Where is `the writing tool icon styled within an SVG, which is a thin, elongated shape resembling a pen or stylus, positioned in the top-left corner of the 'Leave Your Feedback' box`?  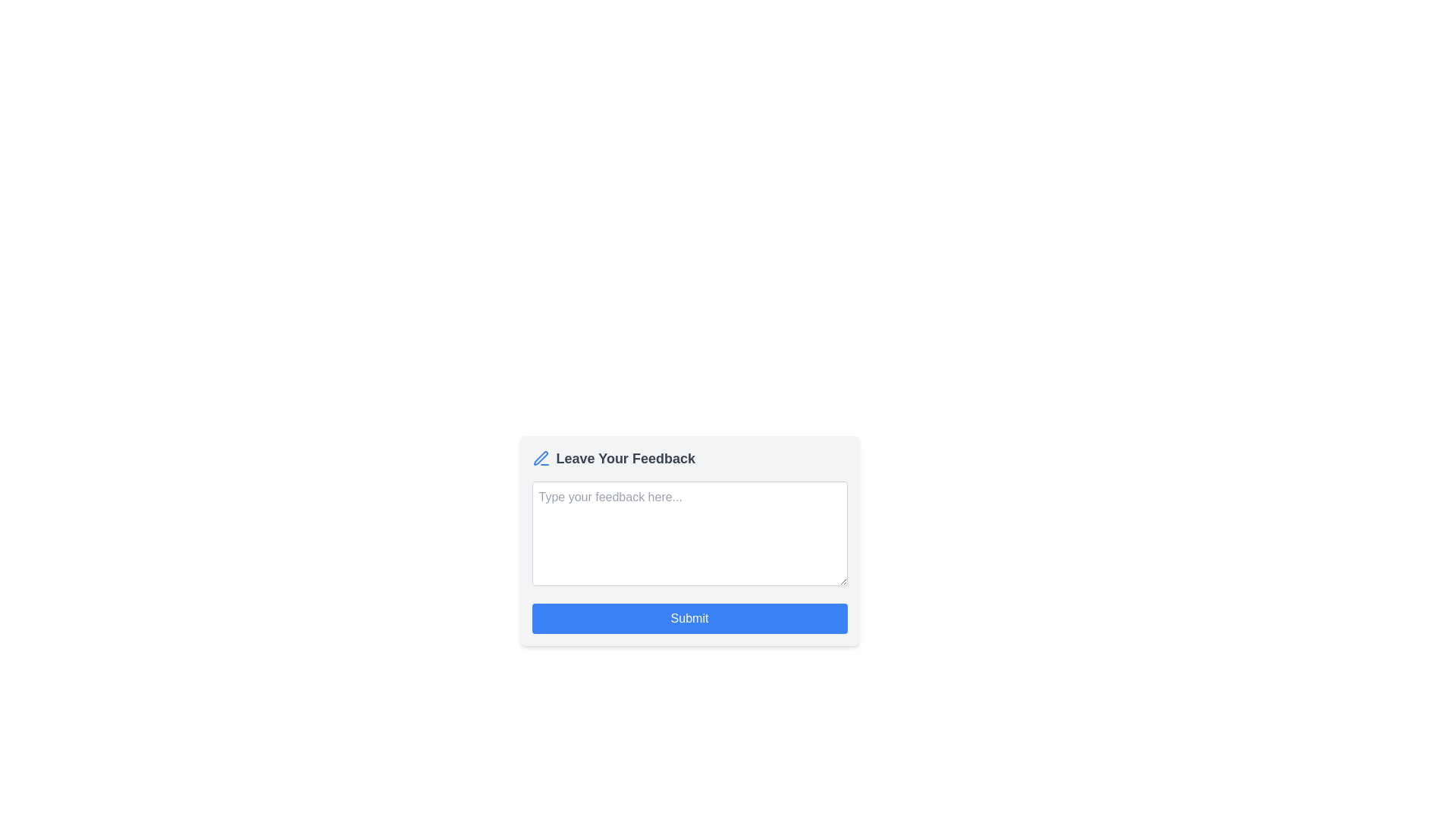 the writing tool icon styled within an SVG, which is a thin, elongated shape resembling a pen or stylus, positioned in the top-left corner of the 'Leave Your Feedback' box is located at coordinates (541, 457).